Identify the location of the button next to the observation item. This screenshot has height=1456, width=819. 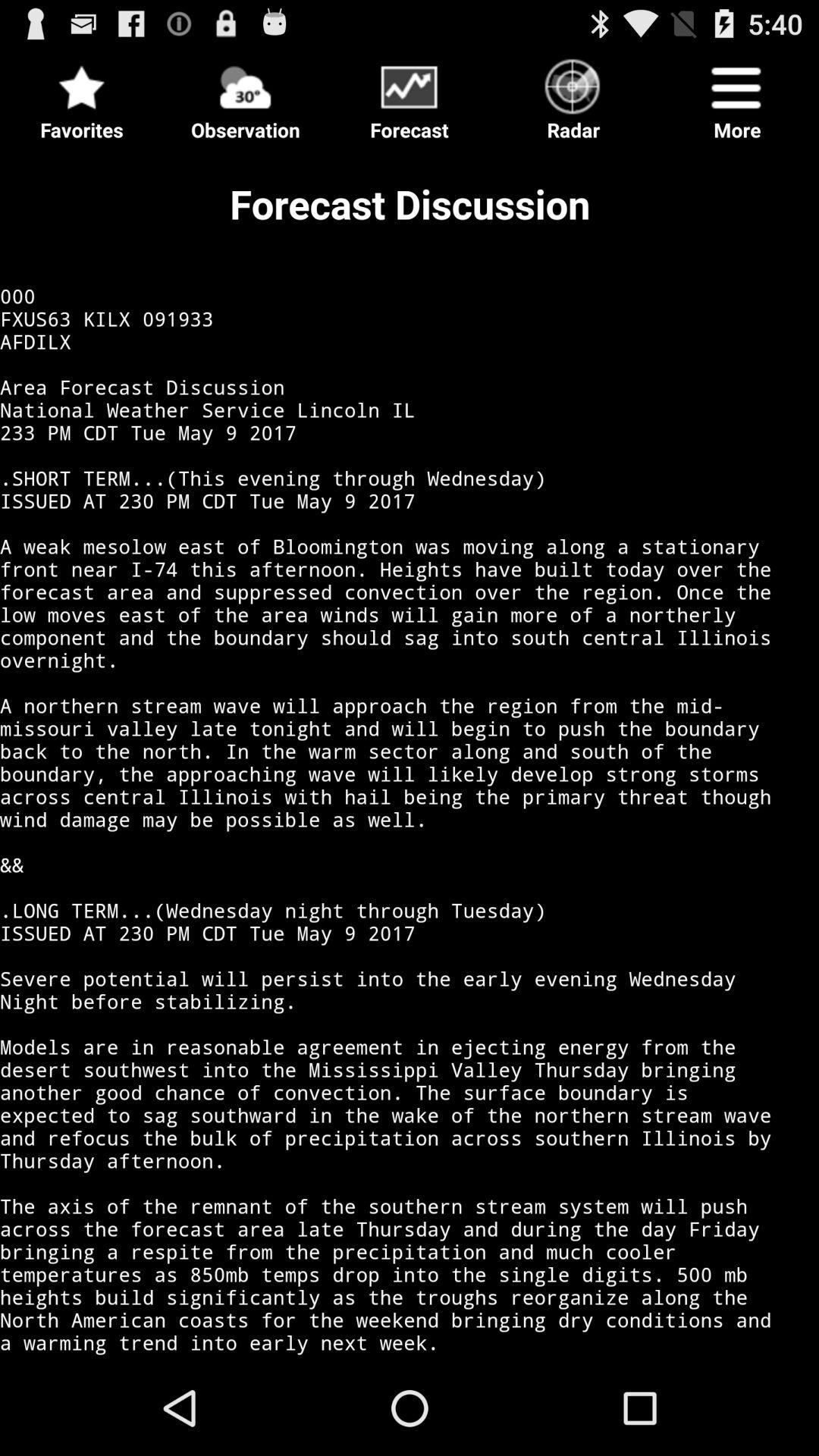
(82, 94).